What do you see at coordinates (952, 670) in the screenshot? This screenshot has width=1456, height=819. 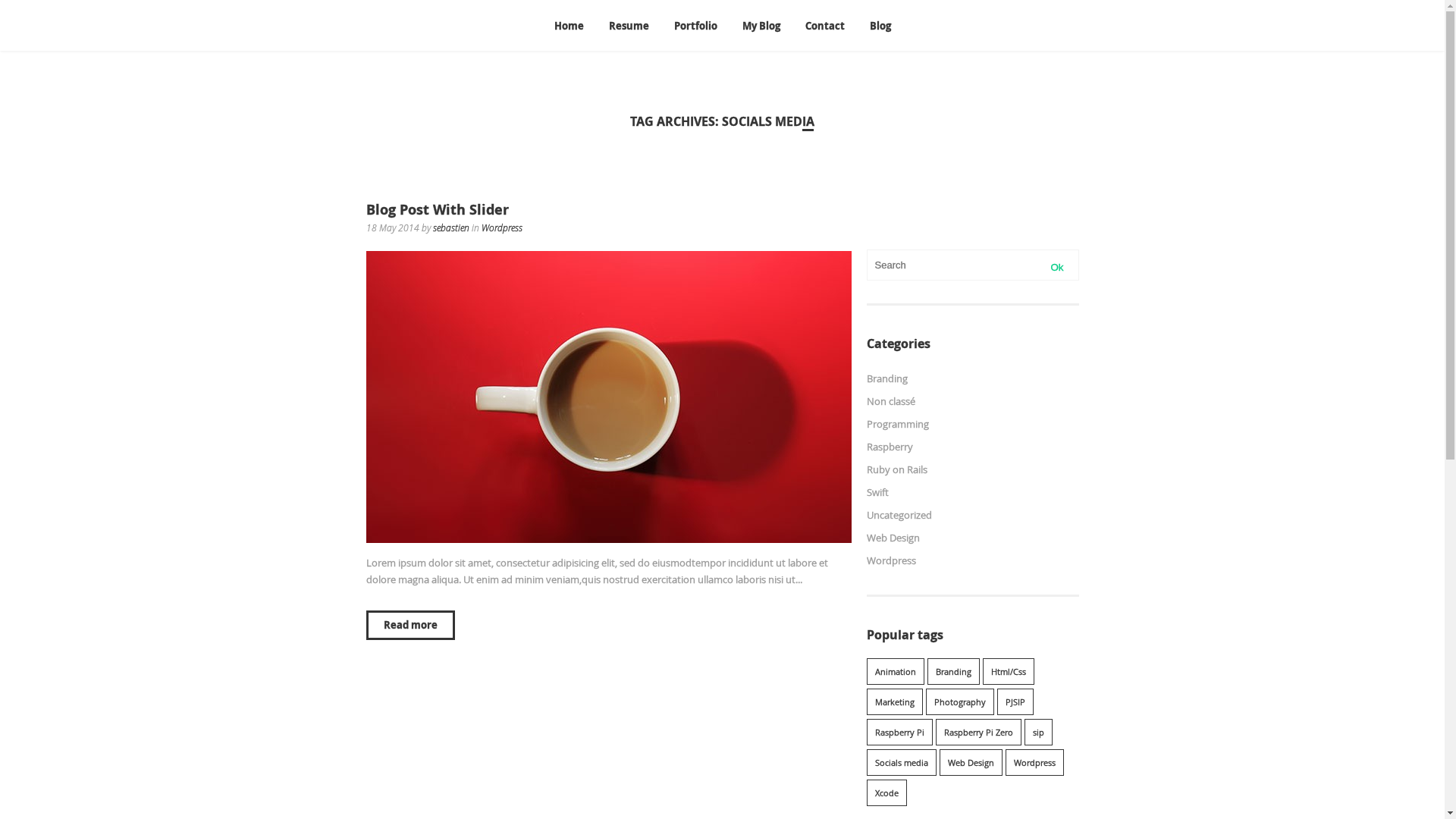 I see `'Branding'` at bounding box center [952, 670].